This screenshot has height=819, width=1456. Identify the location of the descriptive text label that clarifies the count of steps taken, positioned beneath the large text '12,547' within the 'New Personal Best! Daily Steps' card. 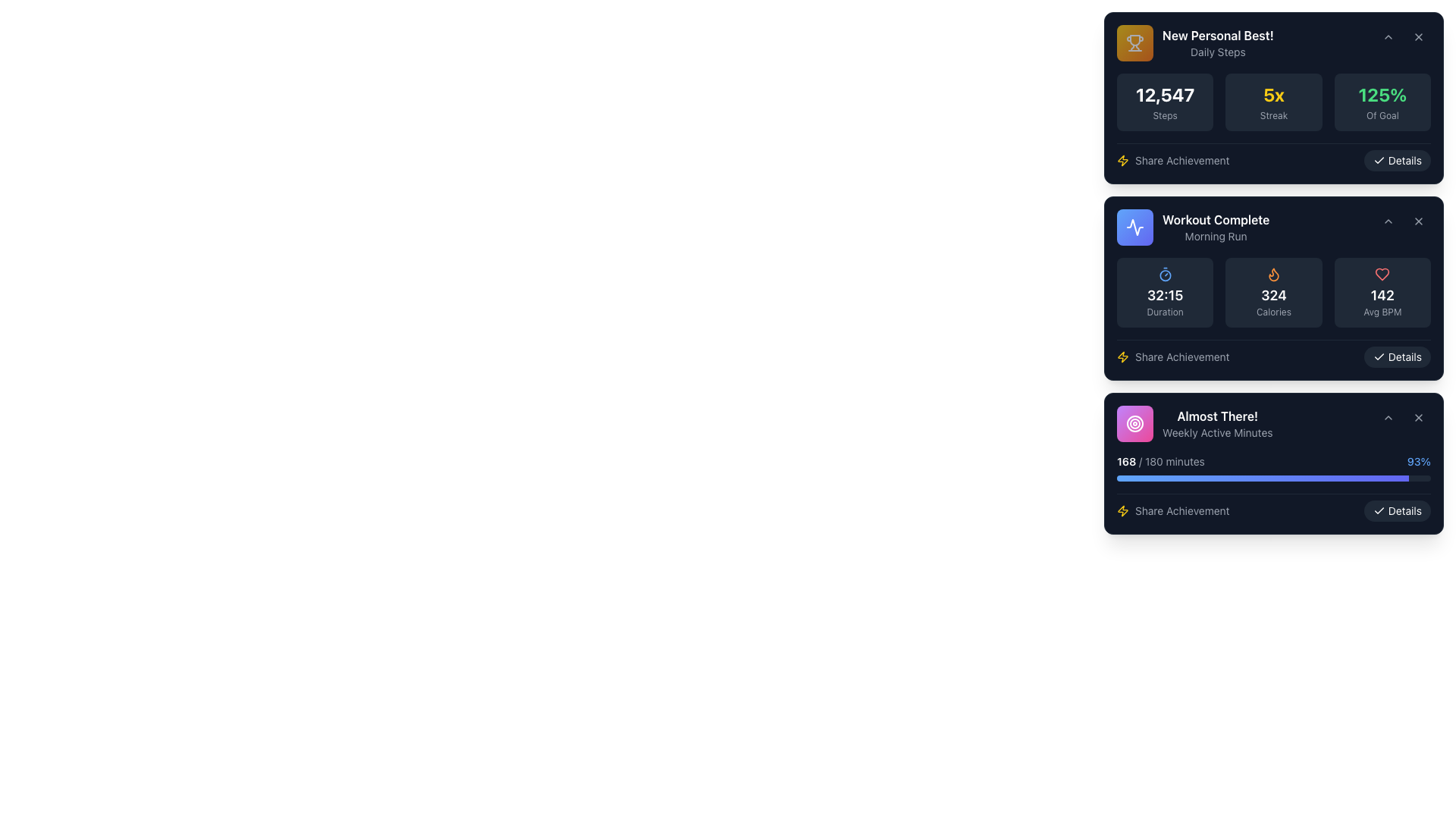
(1164, 115).